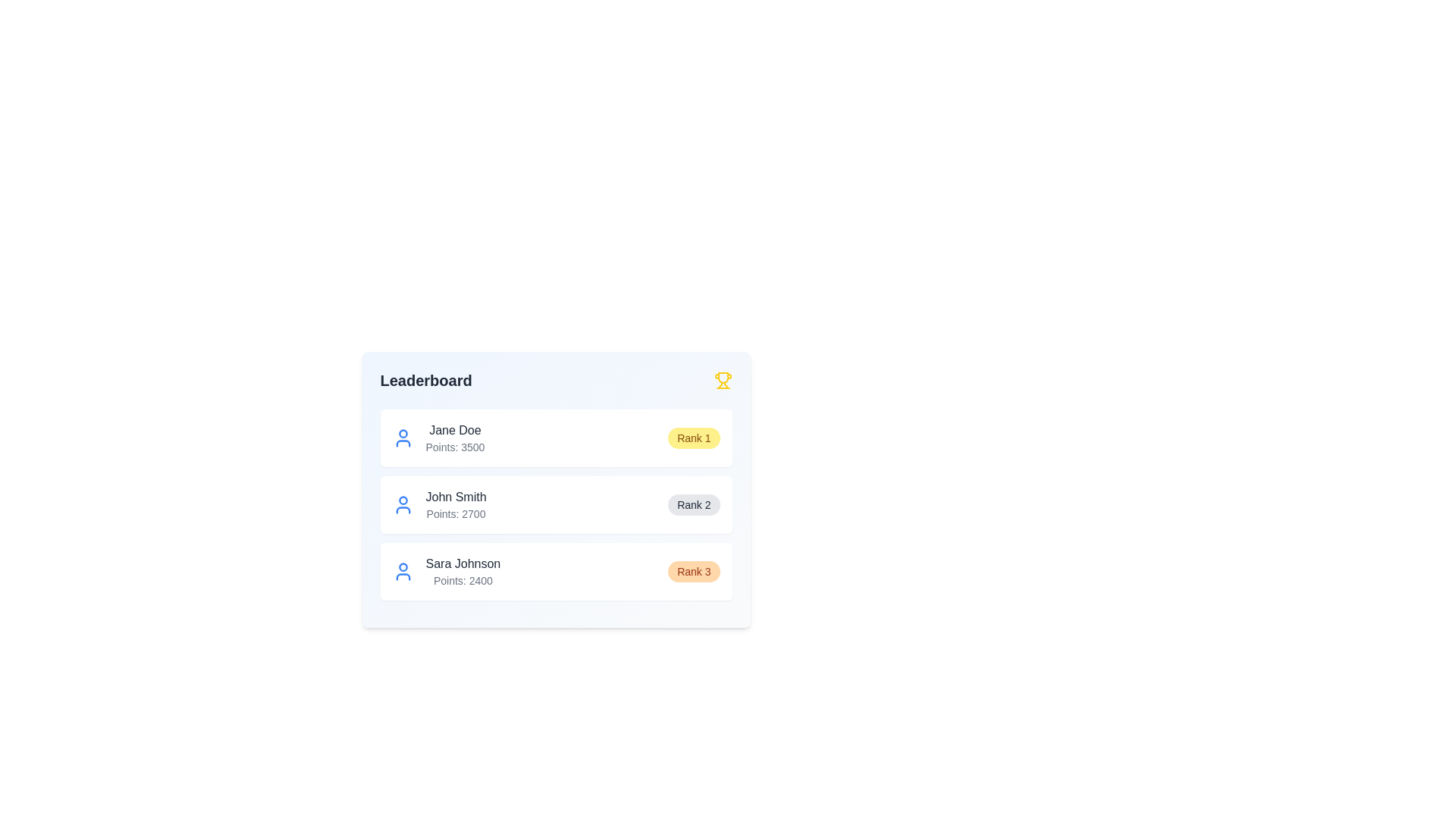  What do you see at coordinates (403, 567) in the screenshot?
I see `the circular graphic element with a blue outline, which is centrally positioned within the user icon graphic representing user-related data` at bounding box center [403, 567].